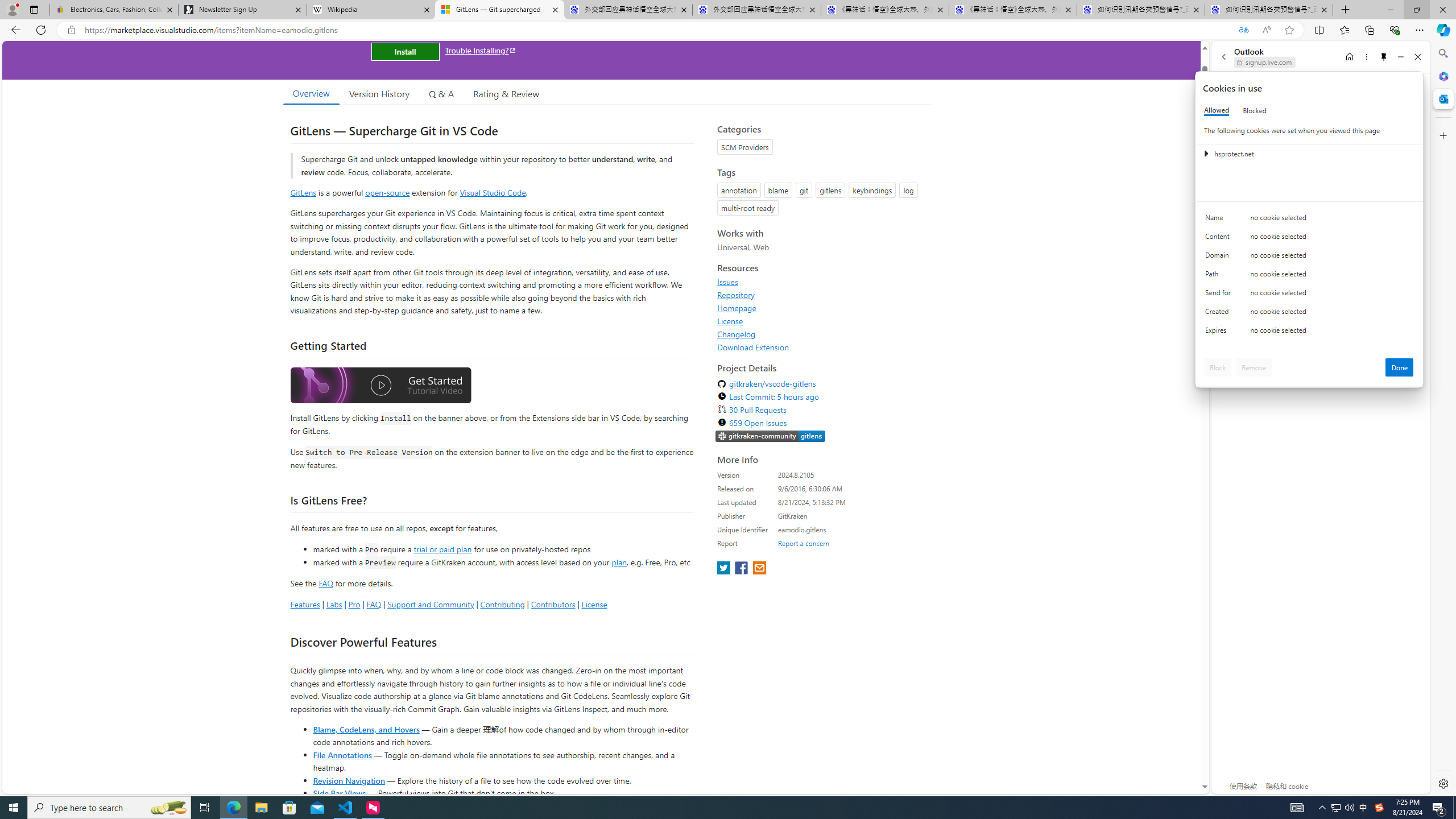  What do you see at coordinates (303, 192) in the screenshot?
I see `'GitLens'` at bounding box center [303, 192].